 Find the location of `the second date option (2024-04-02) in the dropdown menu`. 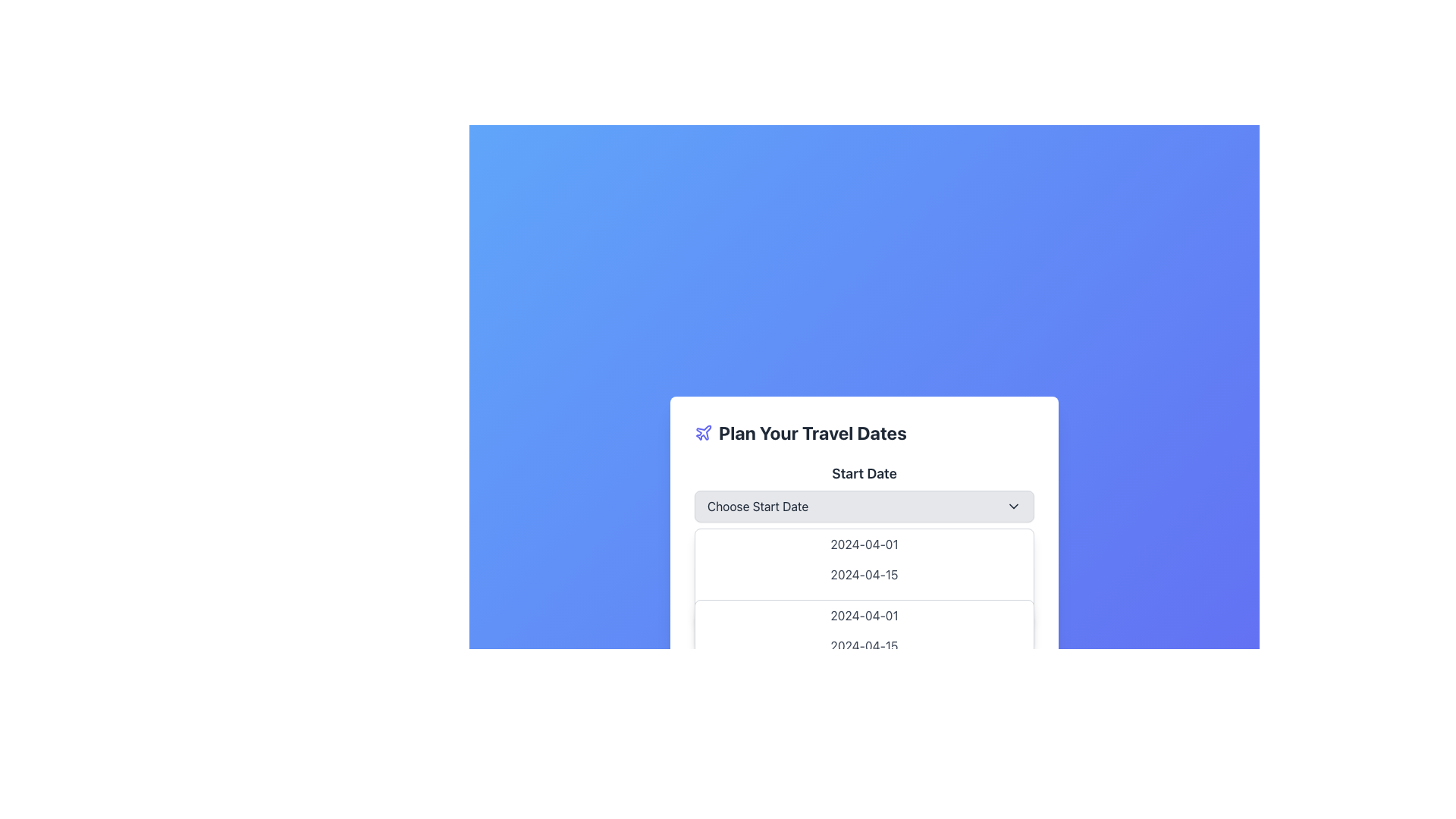

the second date option (2024-04-02) in the dropdown menu is located at coordinates (864, 575).